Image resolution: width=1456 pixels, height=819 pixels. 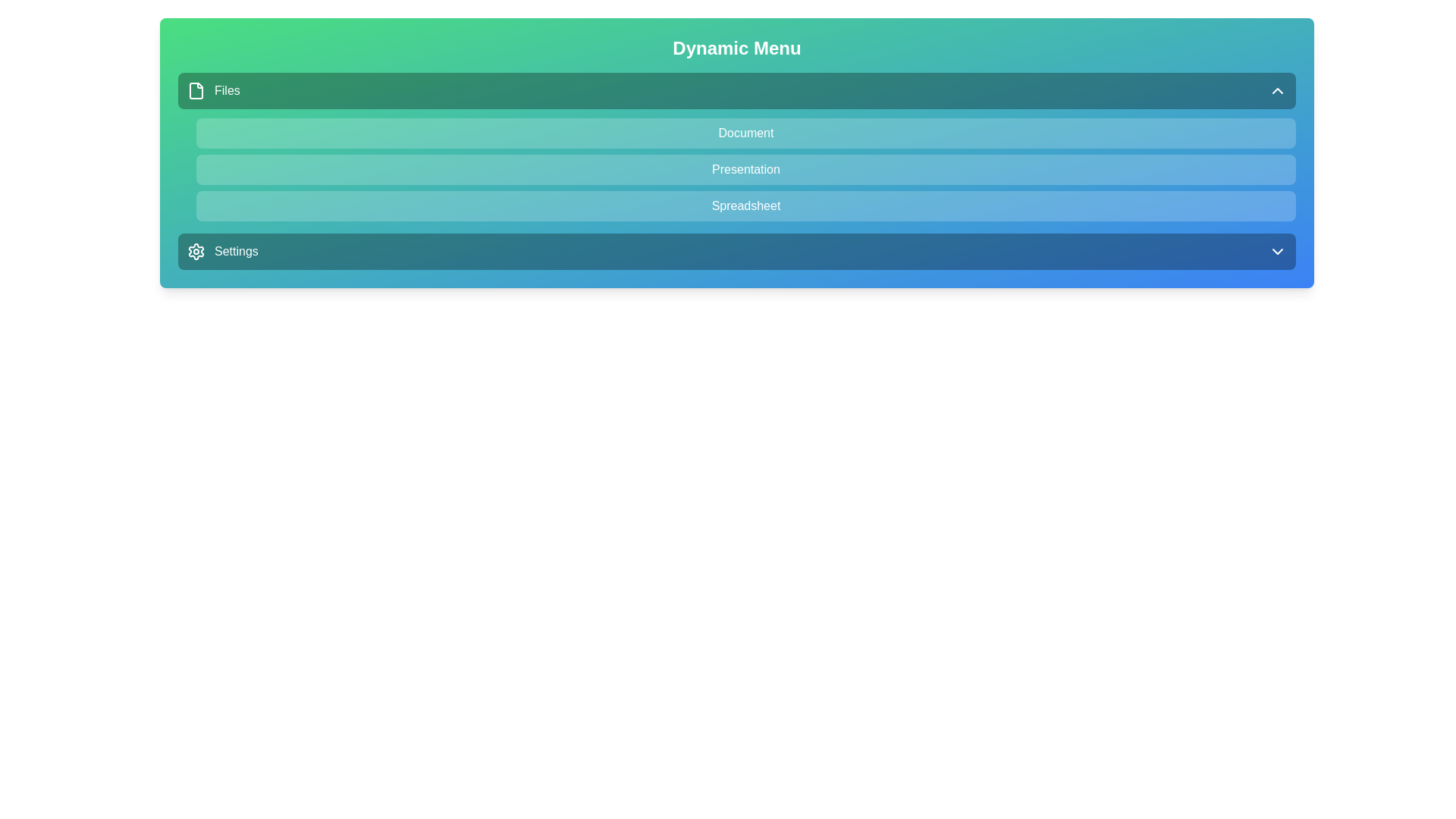 What do you see at coordinates (236, 250) in the screenshot?
I see `the Text label that provides a title for the associated functionality, located next to a gear icon for settings` at bounding box center [236, 250].